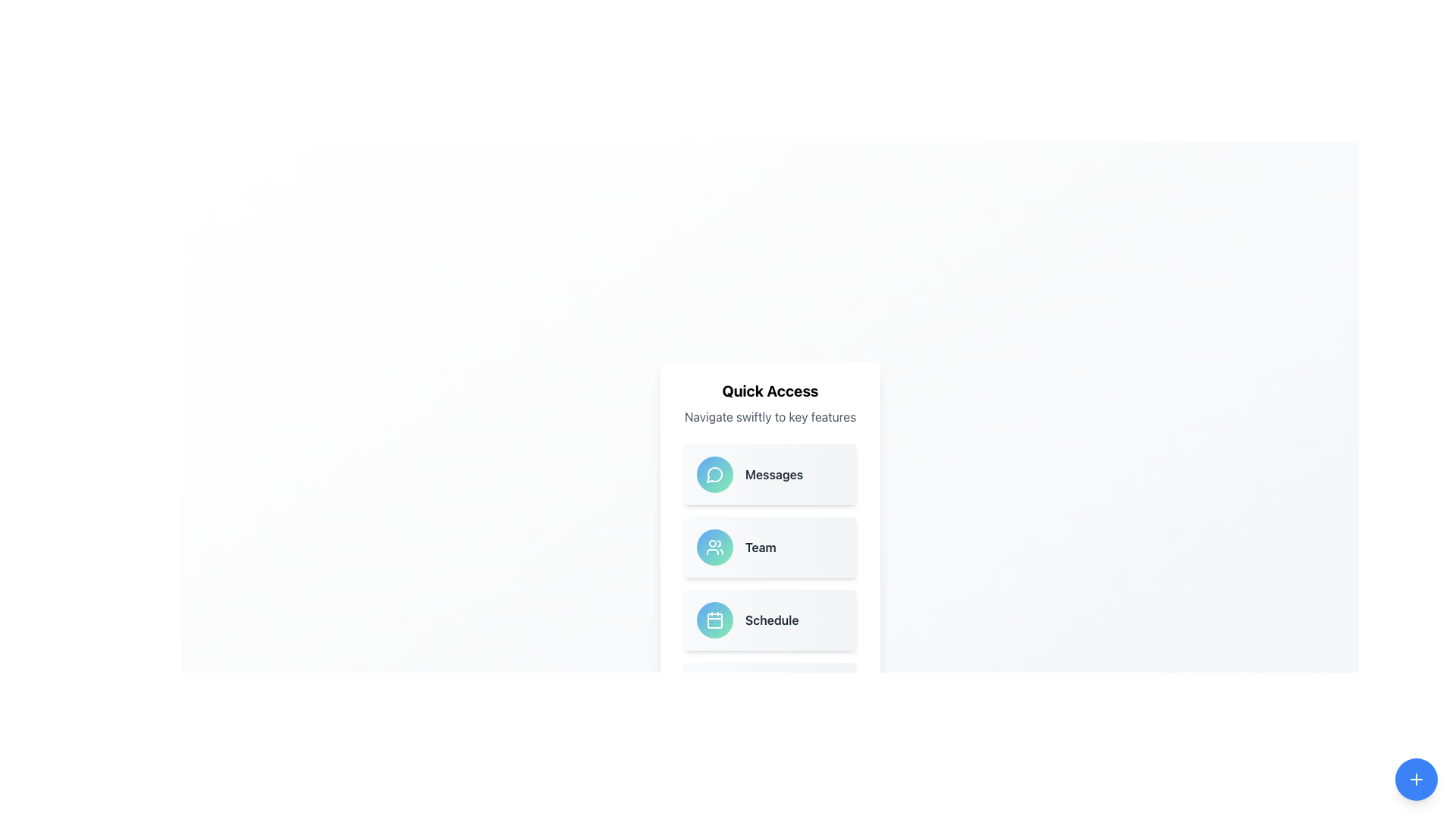  I want to click on the 'Schedule' button located in the vertical list of cards under the 'Quick Access' heading, so click(770, 620).